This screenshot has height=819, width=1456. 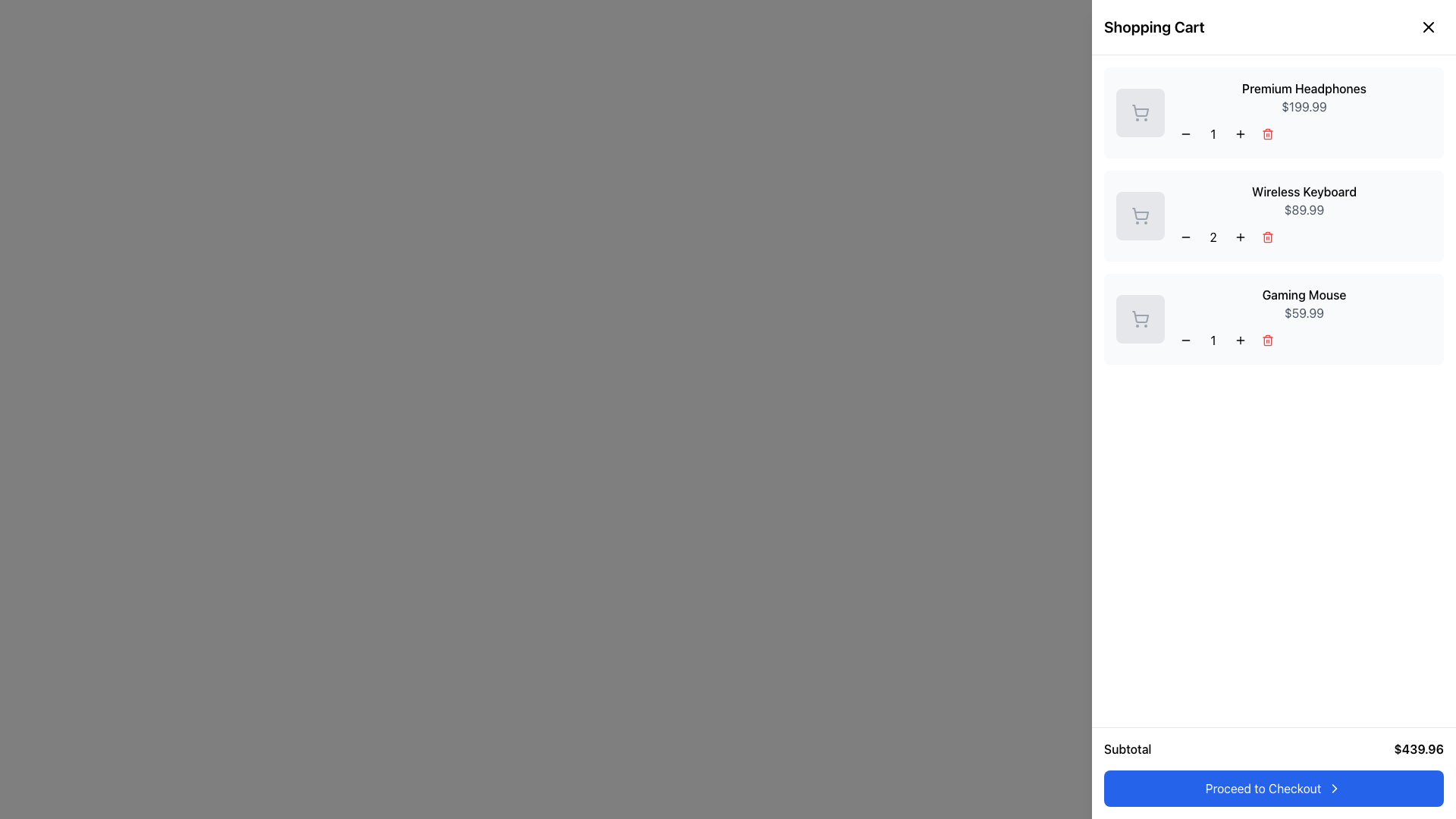 What do you see at coordinates (1267, 237) in the screenshot?
I see `the second trash icon` at bounding box center [1267, 237].